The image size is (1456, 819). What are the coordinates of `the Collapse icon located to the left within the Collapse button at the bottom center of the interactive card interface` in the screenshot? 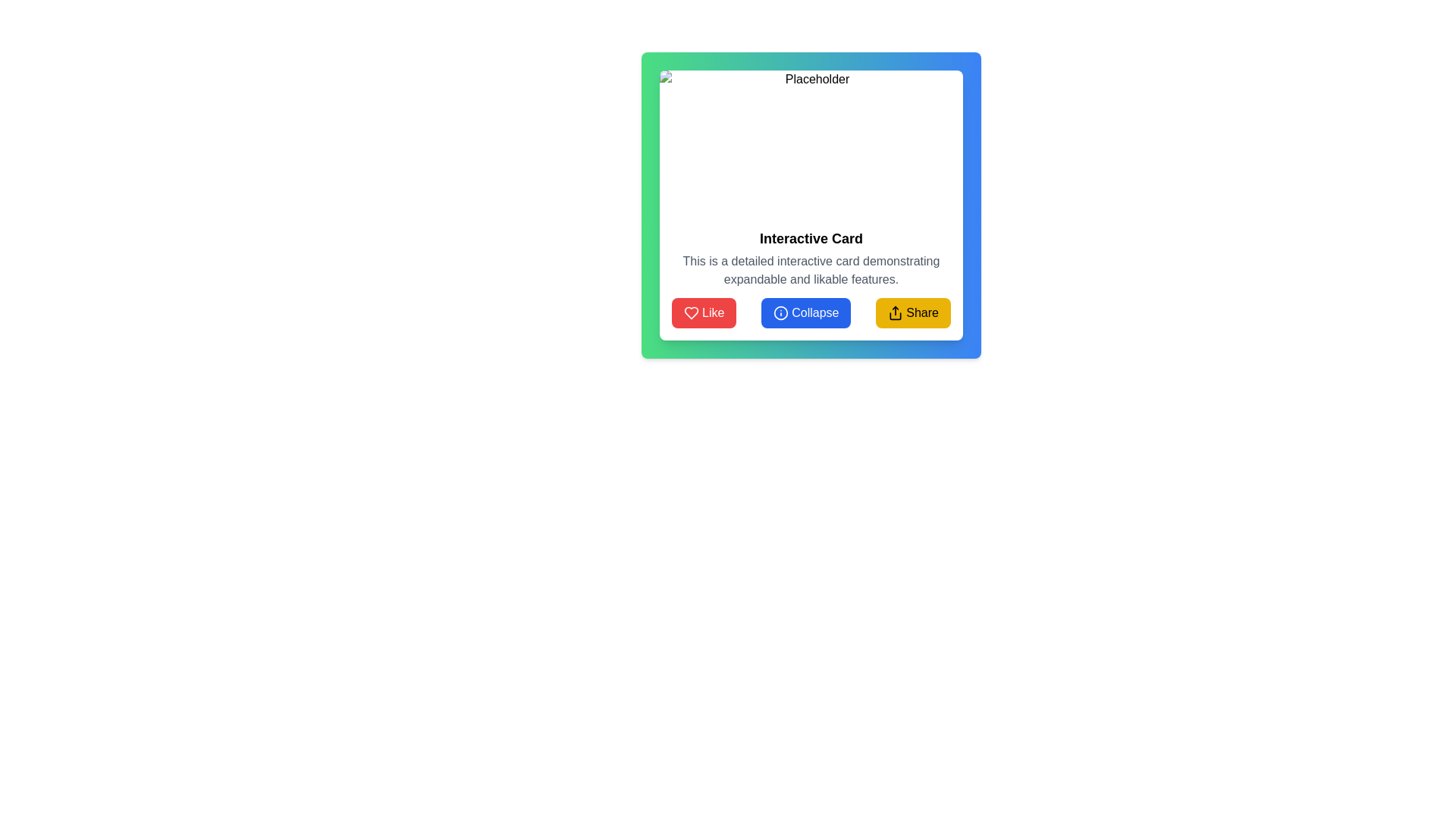 It's located at (781, 312).